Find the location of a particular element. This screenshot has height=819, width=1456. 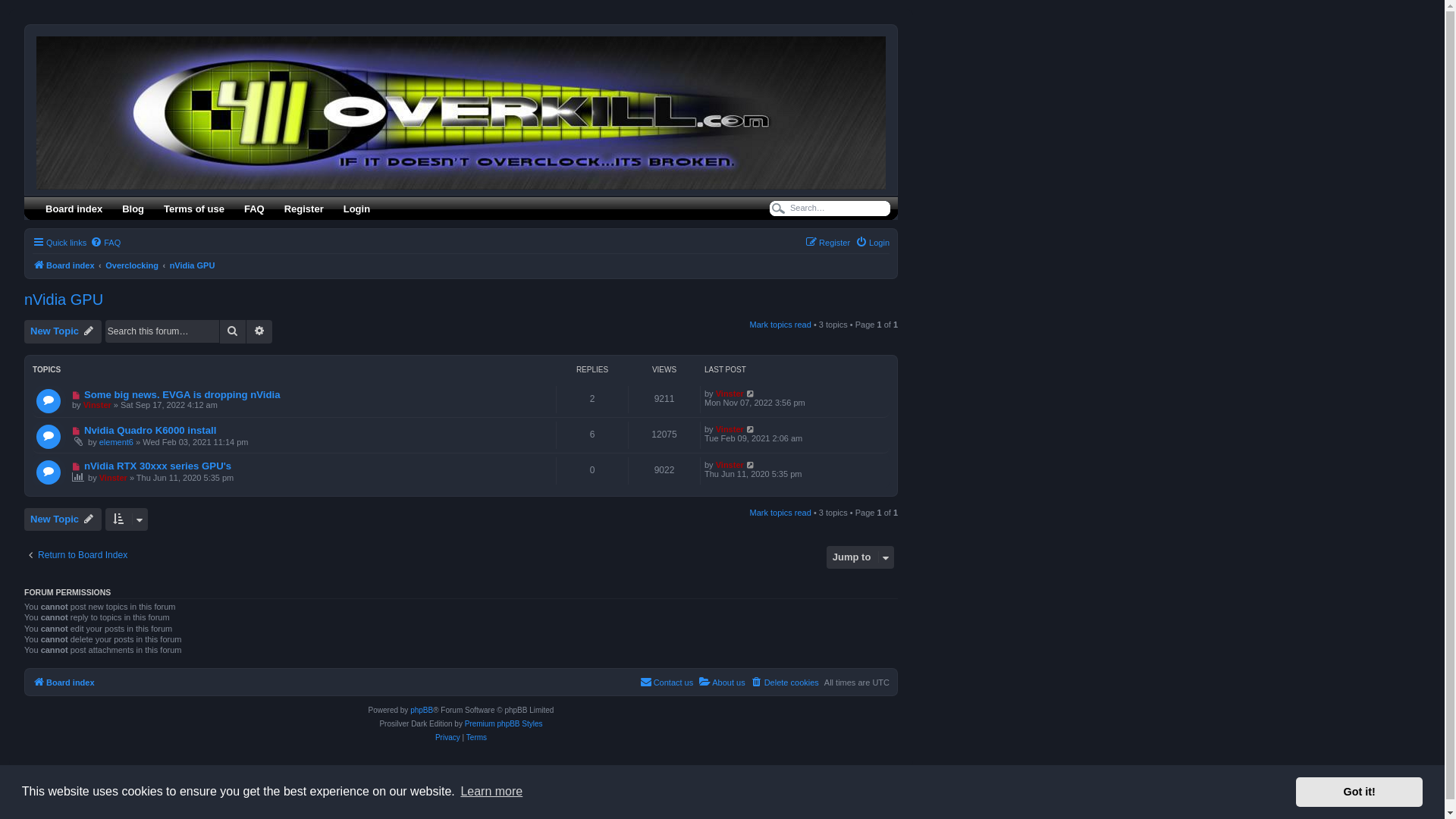

'Quick links' is located at coordinates (59, 242).